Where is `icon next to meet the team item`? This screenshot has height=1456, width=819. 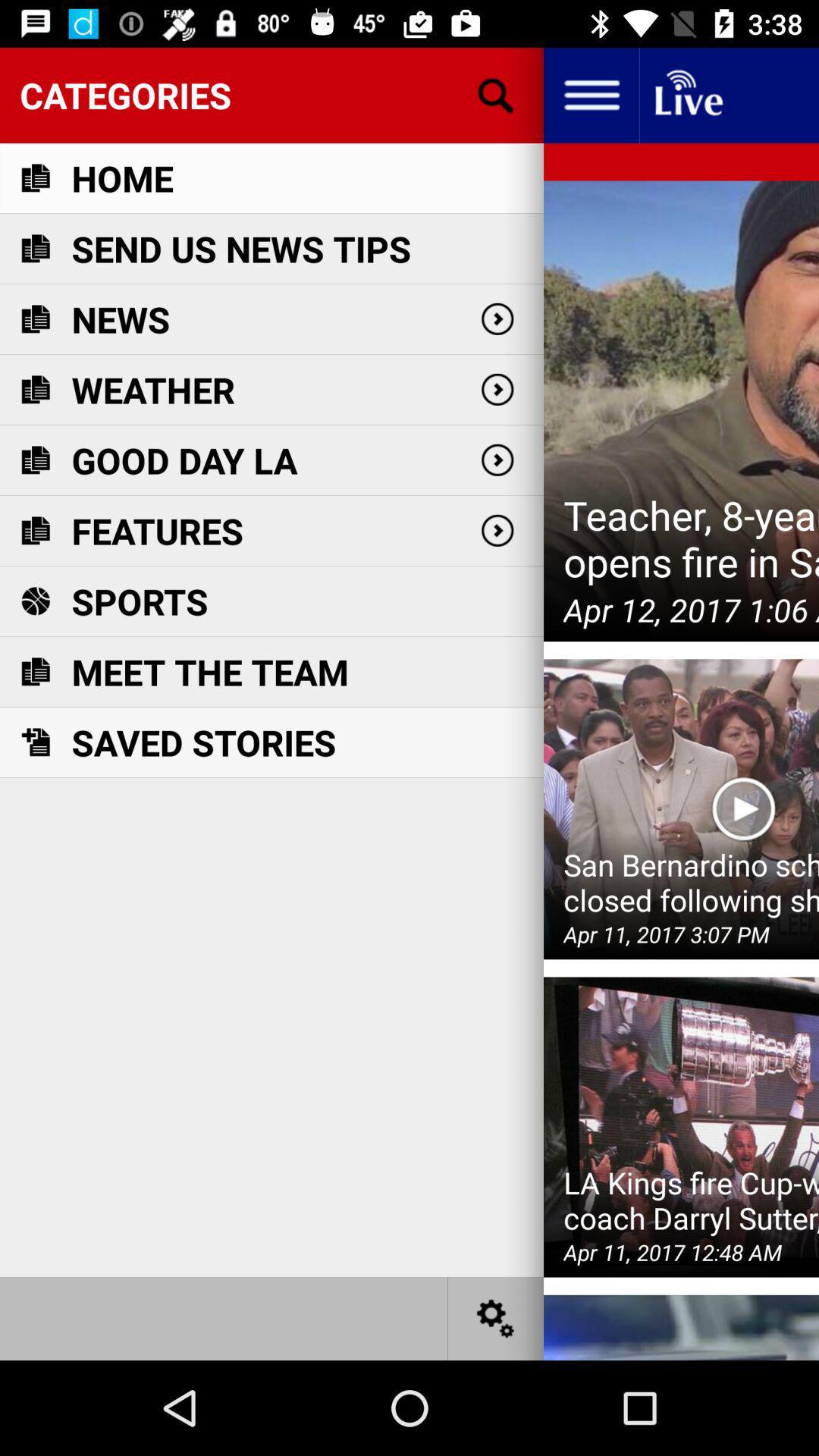 icon next to meet the team item is located at coordinates (680, 808).